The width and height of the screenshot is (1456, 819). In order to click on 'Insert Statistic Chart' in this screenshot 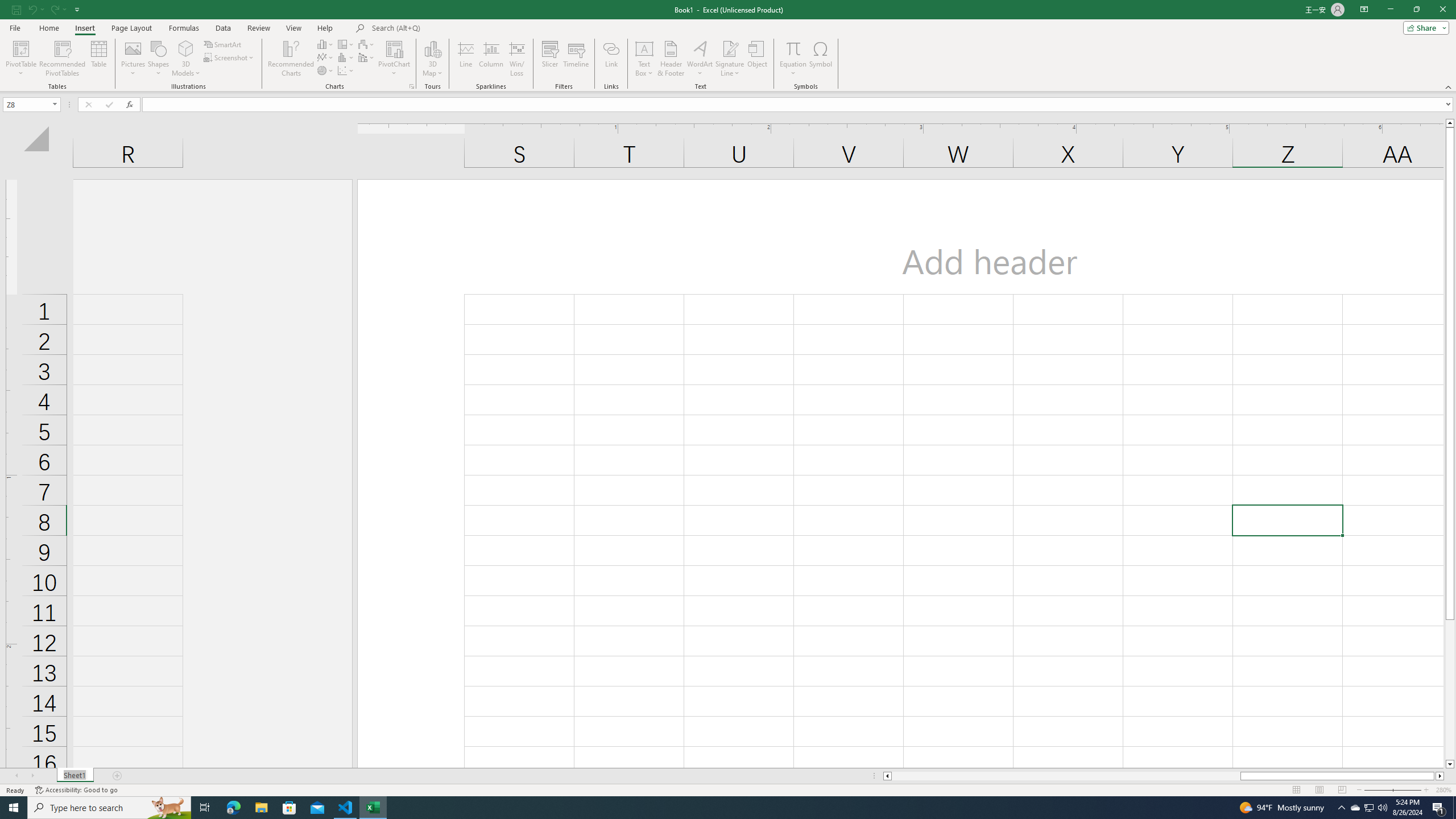, I will do `click(346, 56)`.